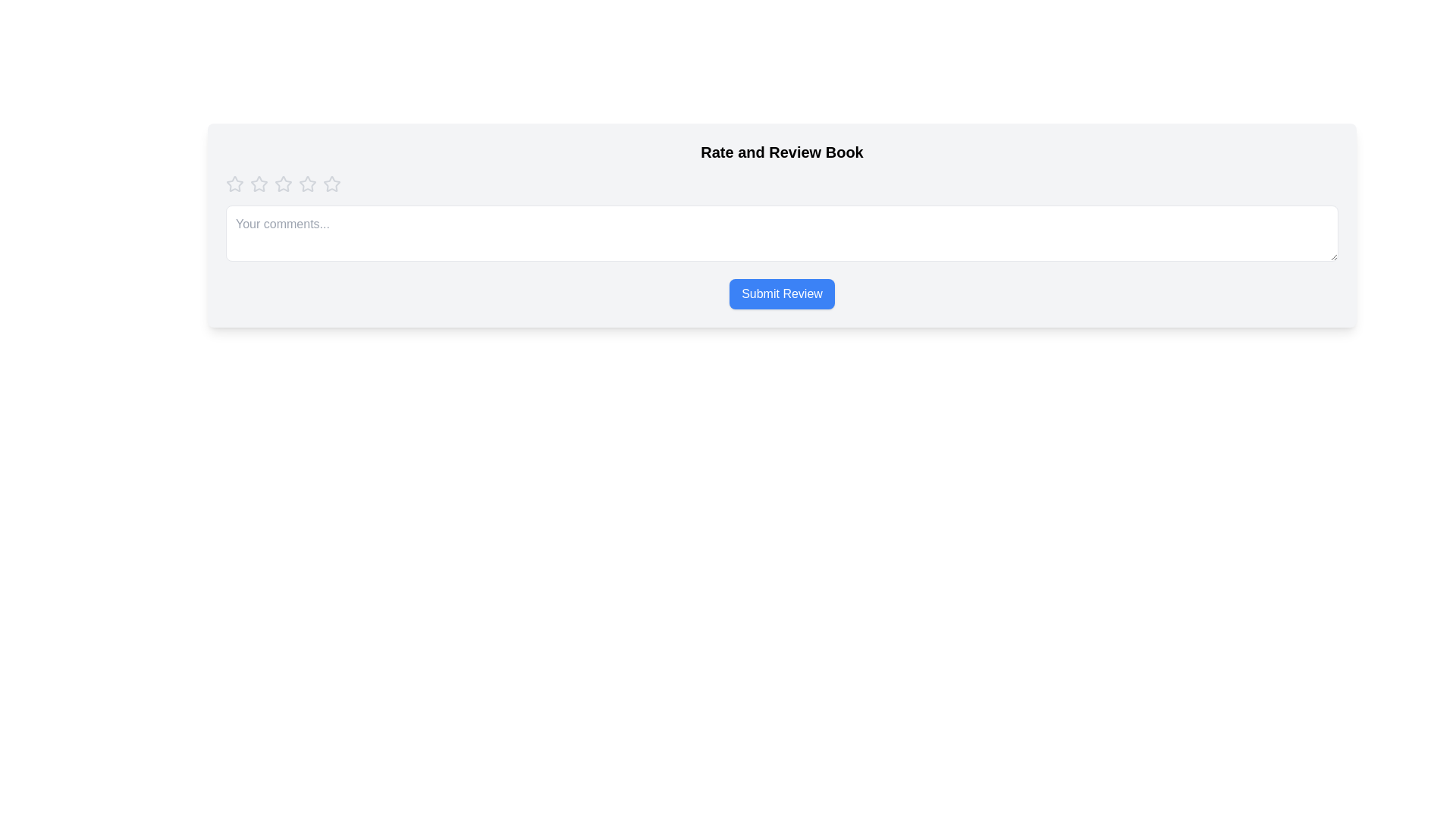  I want to click on the star corresponding to the rating level 2, so click(259, 184).